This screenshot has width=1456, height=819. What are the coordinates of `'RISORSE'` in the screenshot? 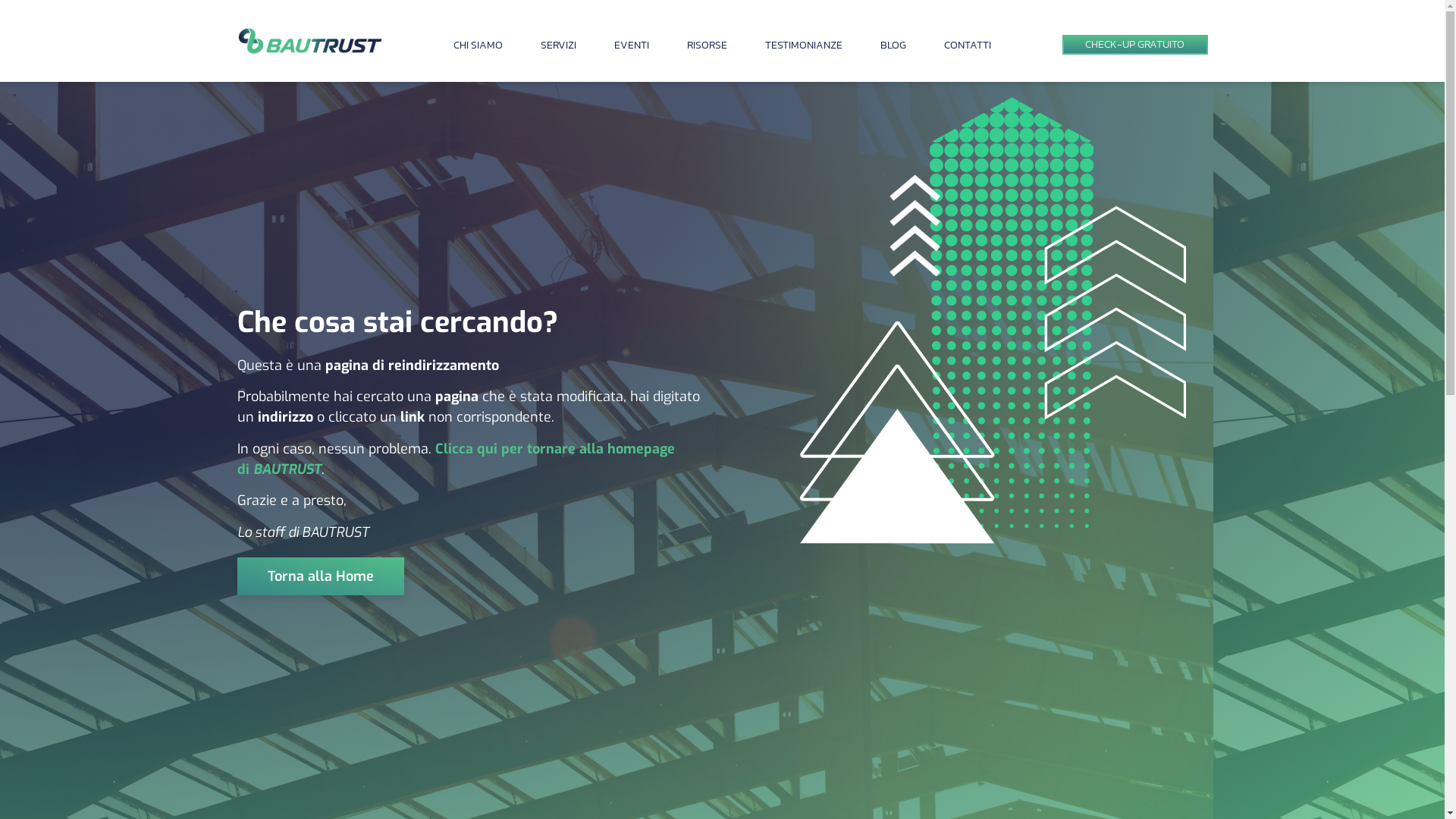 It's located at (686, 45).